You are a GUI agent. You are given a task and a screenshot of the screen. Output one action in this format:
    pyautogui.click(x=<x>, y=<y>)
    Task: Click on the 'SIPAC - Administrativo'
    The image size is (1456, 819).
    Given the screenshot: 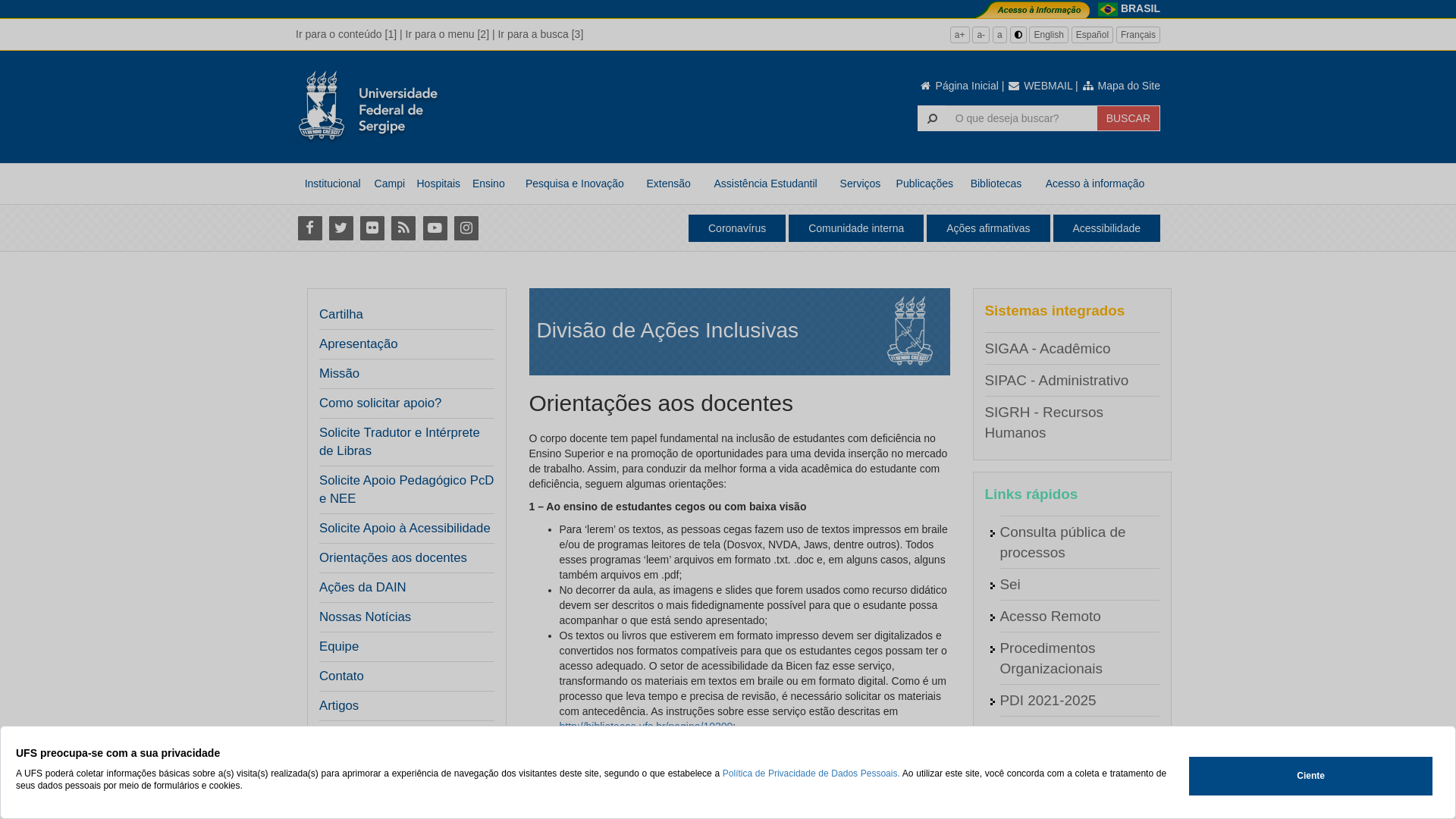 What is the action you would take?
    pyautogui.click(x=984, y=379)
    